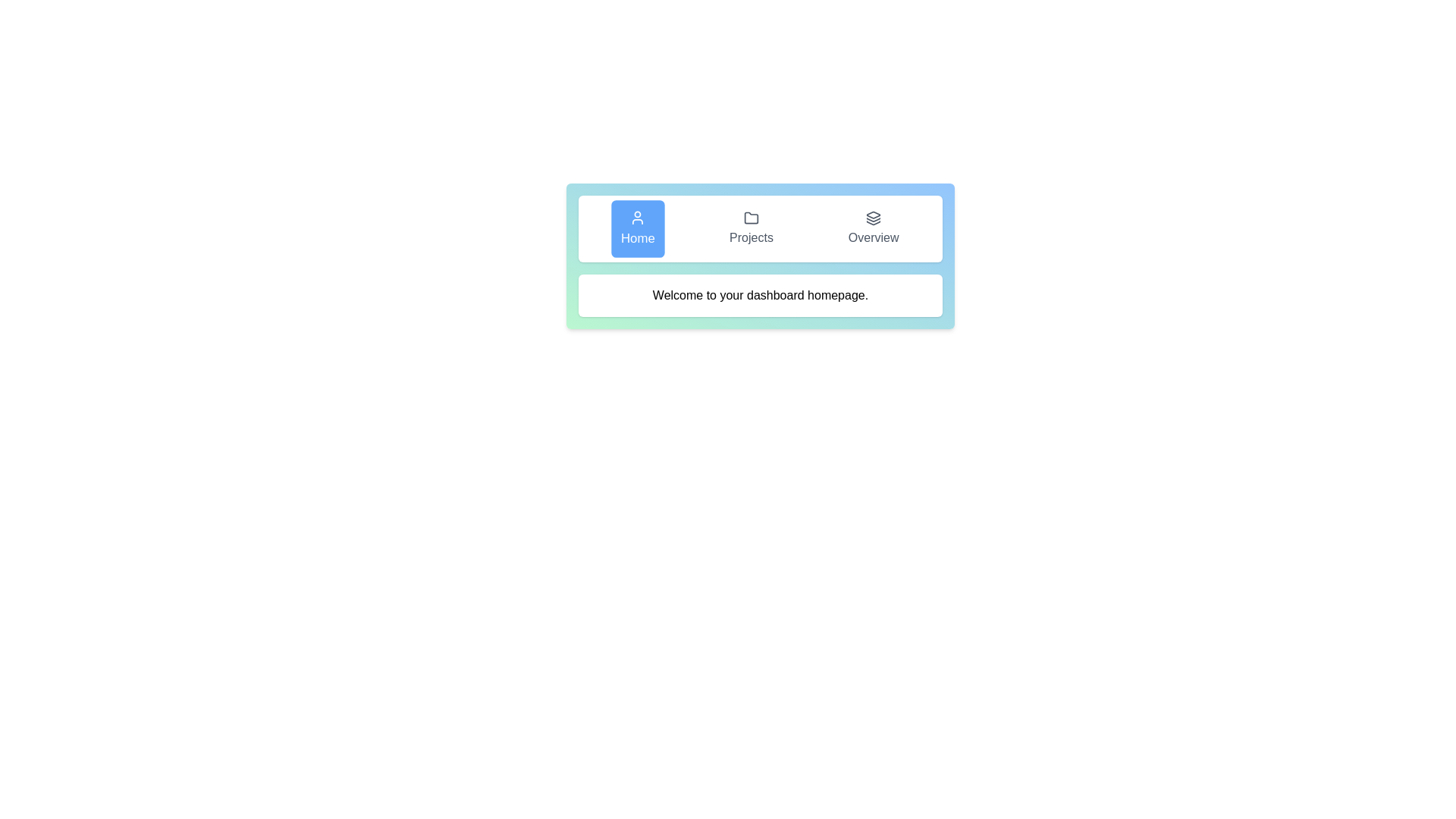  I want to click on the decorative graphical icon located in the top-right section of the interface that indicates layers or stacking, so click(874, 215).